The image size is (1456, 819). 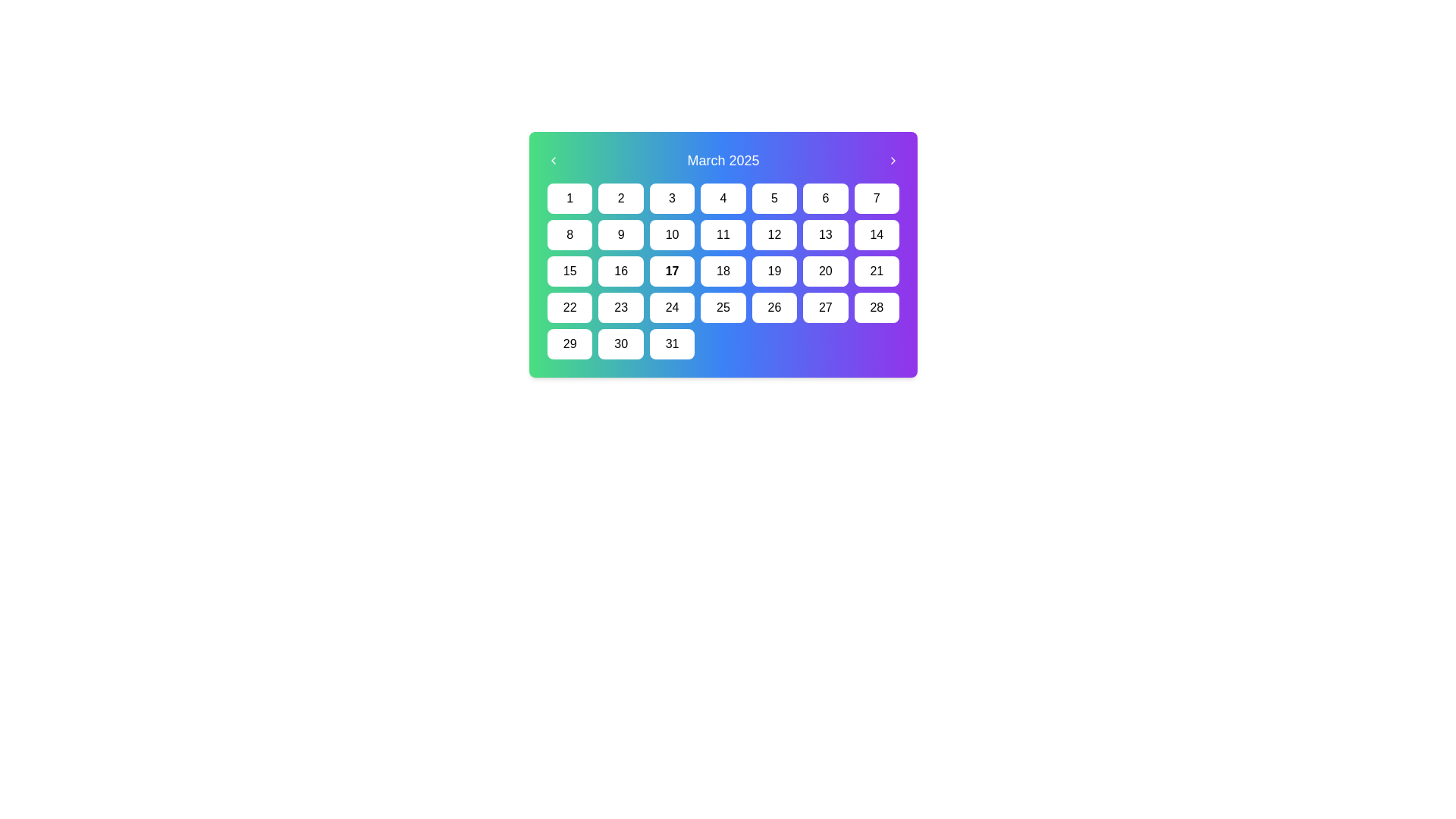 What do you see at coordinates (877, 307) in the screenshot?
I see `the static calendar date cell representing the 28th day of the month, located in the last position of the fourth row in a 7x5 grid layout` at bounding box center [877, 307].